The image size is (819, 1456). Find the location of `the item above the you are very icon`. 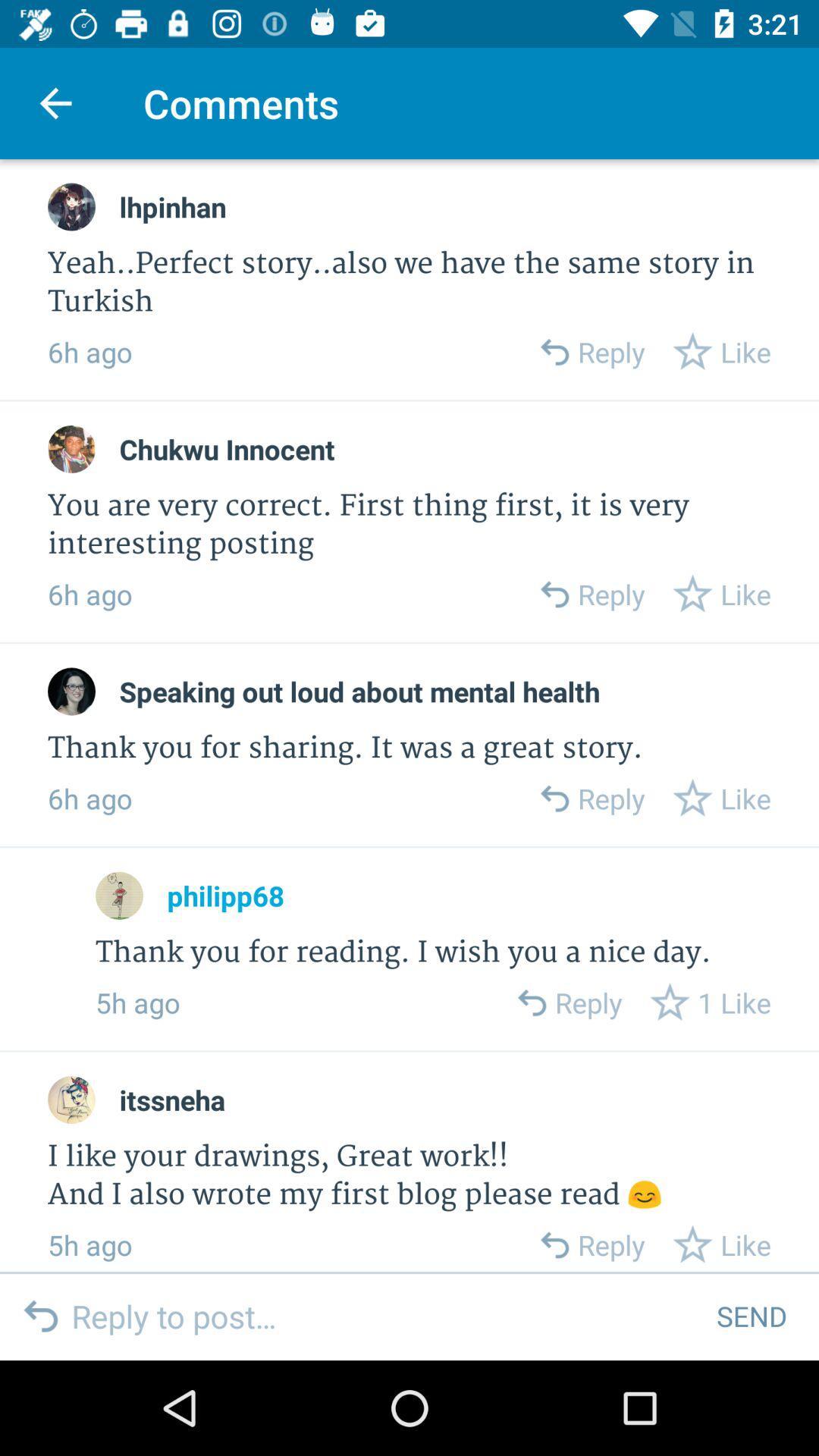

the item above the you are very icon is located at coordinates (227, 448).